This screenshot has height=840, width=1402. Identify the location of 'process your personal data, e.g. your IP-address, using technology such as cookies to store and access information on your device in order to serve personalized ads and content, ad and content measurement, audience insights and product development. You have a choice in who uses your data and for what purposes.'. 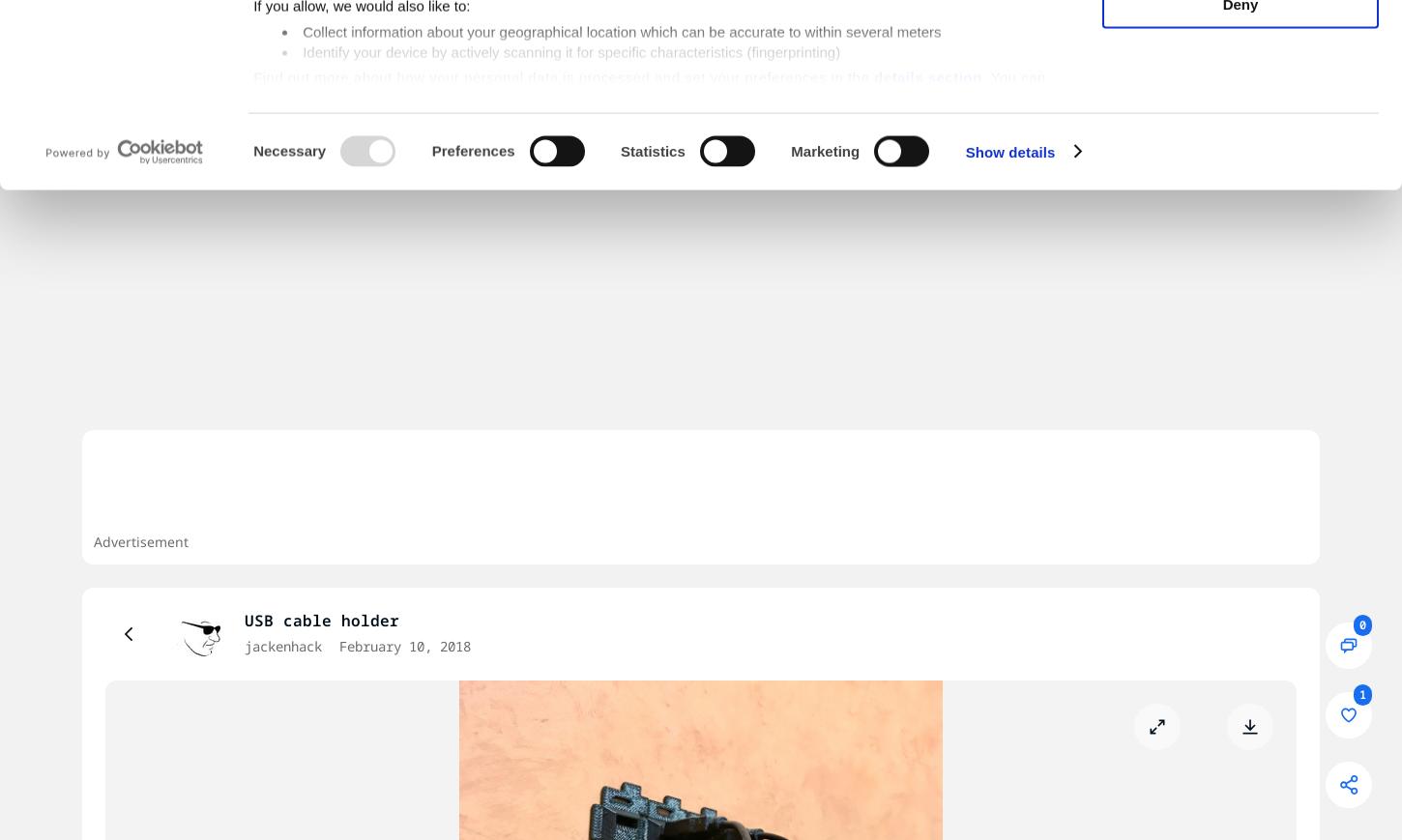
(253, 92).